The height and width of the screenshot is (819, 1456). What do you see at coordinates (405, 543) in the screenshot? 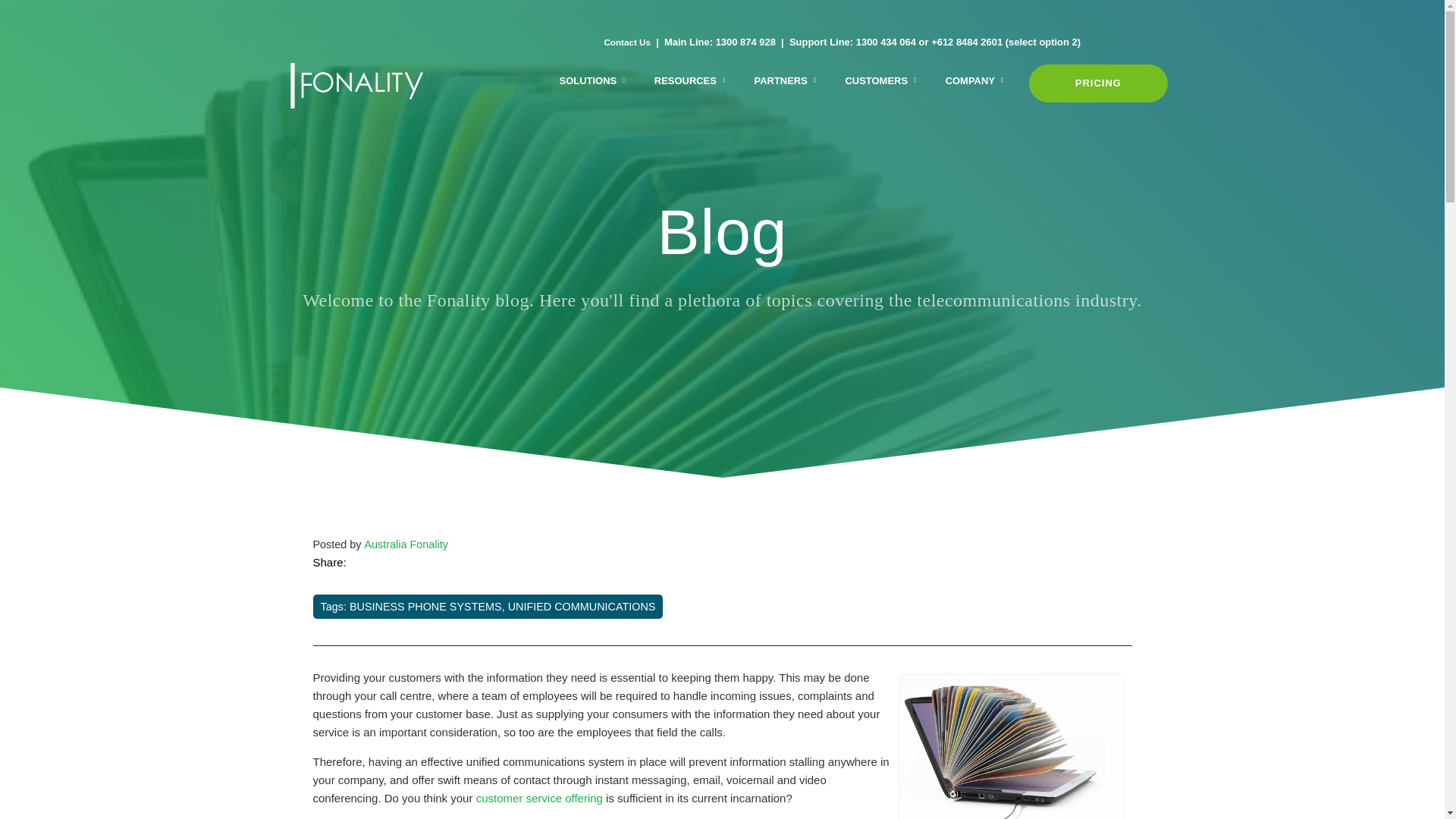
I see `'Australia Fonality'` at bounding box center [405, 543].